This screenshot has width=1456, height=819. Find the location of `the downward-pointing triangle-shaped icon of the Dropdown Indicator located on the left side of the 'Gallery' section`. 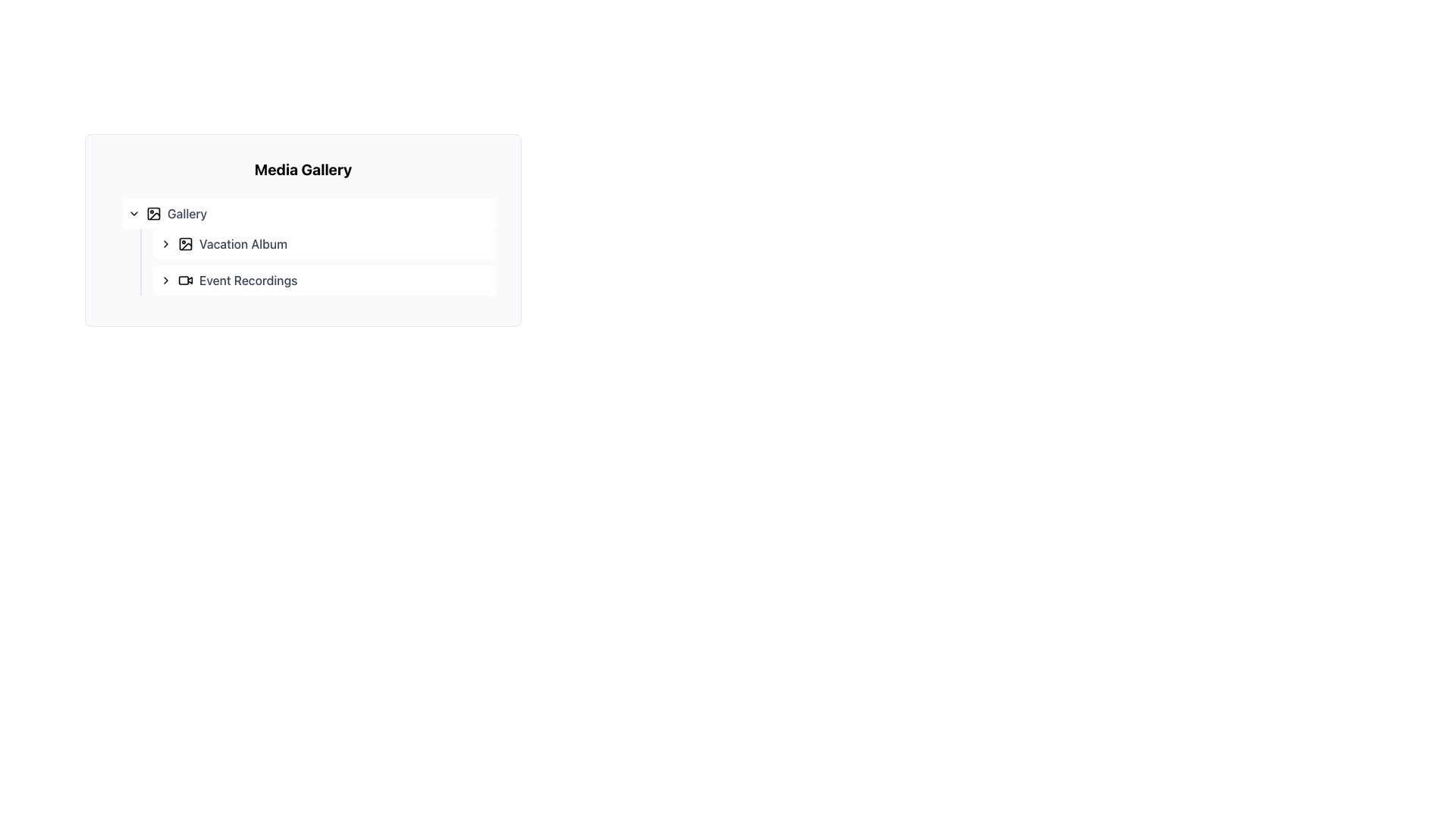

the downward-pointing triangle-shaped icon of the Dropdown Indicator located on the left side of the 'Gallery' section is located at coordinates (134, 213).